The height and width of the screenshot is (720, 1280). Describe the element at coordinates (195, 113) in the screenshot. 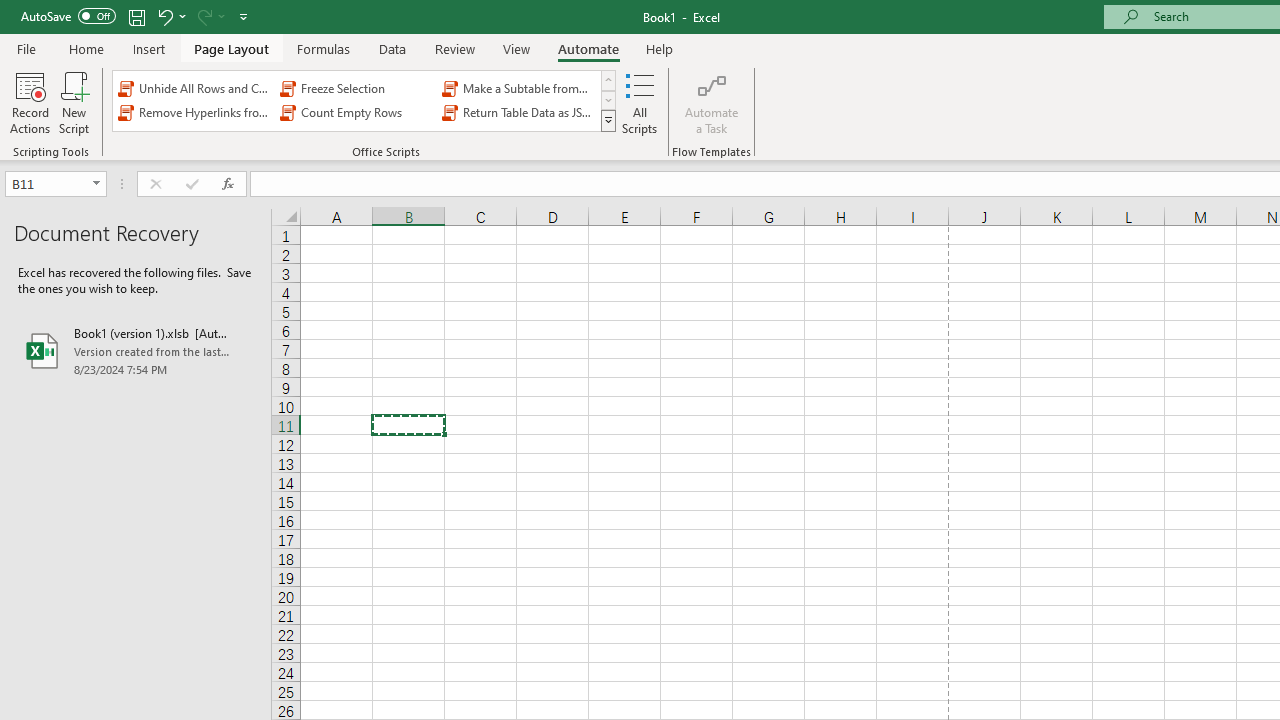

I see `'Remove Hyperlinks from Sheet'` at that location.